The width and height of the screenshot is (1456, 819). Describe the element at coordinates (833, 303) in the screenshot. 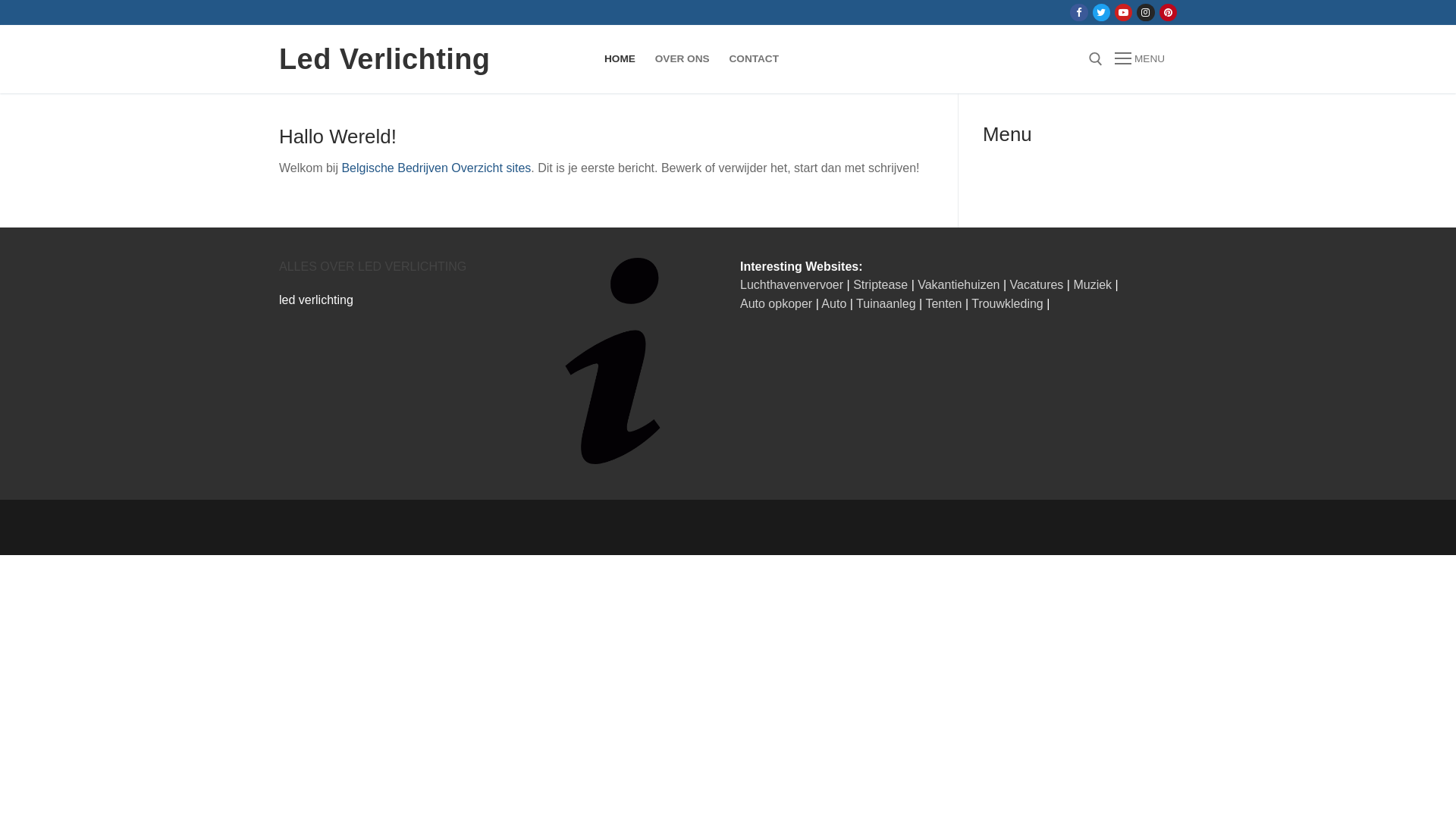

I see `'Auto'` at that location.